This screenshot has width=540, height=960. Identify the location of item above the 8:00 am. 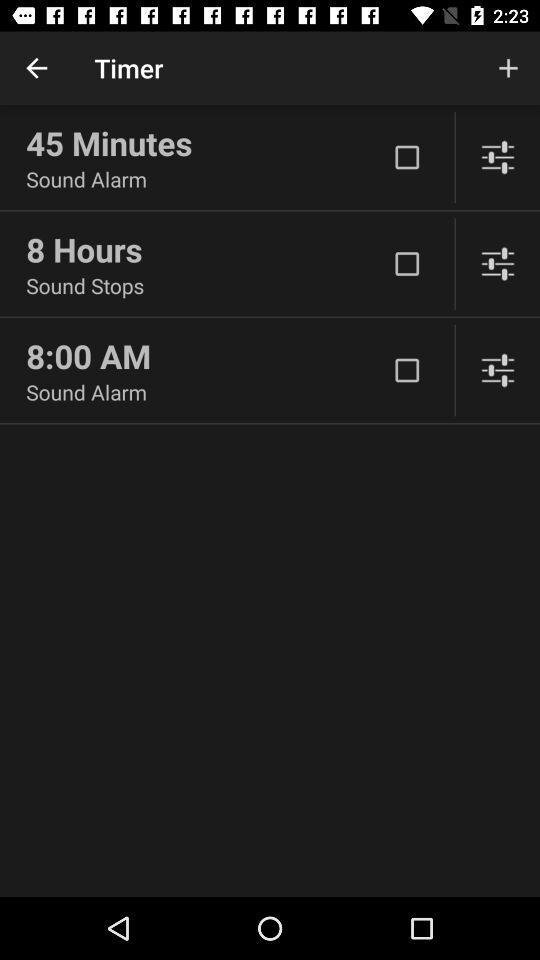
(205, 284).